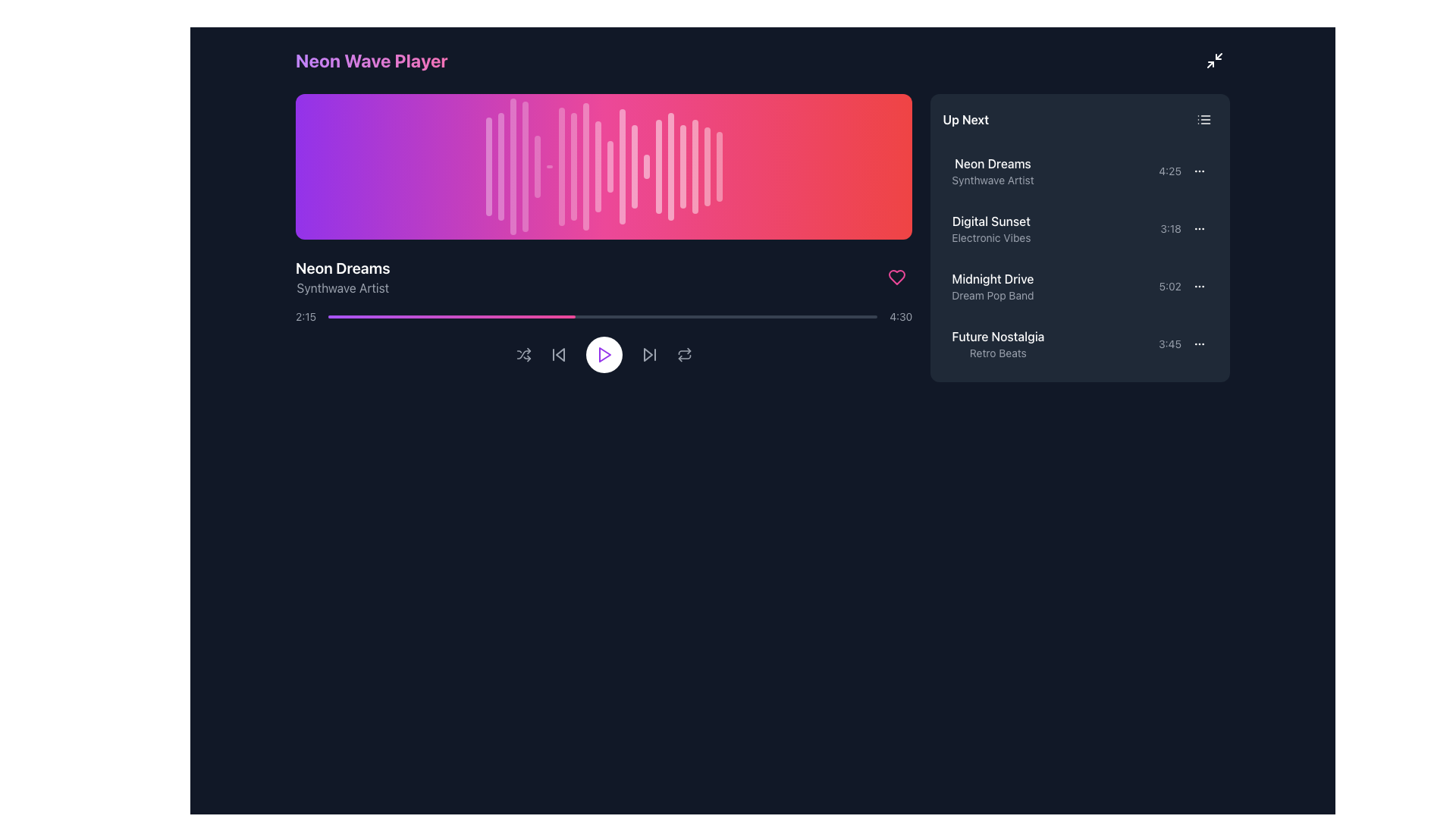 Image resolution: width=1456 pixels, height=819 pixels. I want to click on the ellipsis icon, which consists of three vertically aligned dots, located to the right of the 'Neon Dreams' song entry in the 'Up Next' list, so click(1198, 171).